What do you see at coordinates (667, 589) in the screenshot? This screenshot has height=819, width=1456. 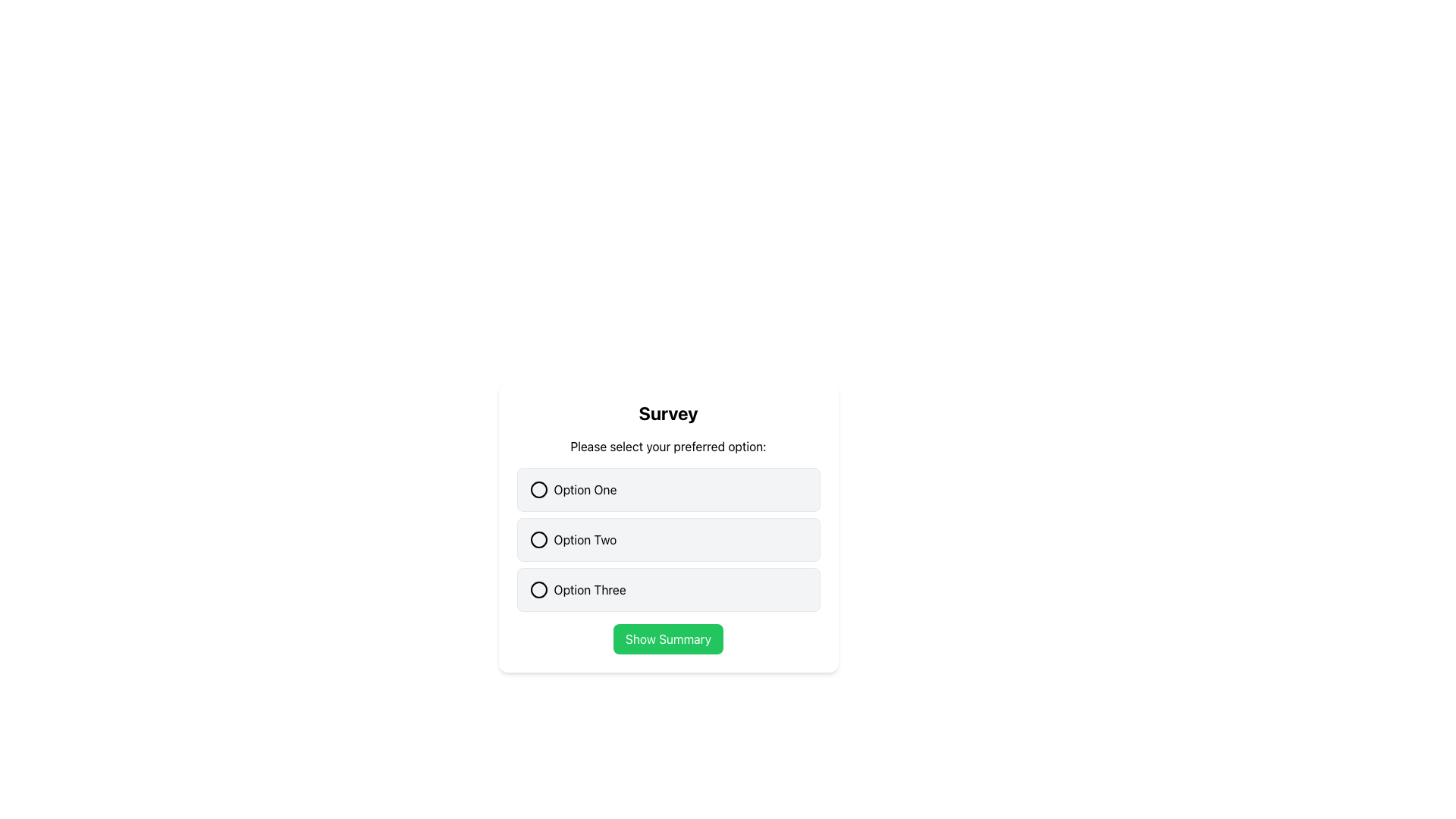 I see `the third selectable option in the radio button group labeled 'Option Three'` at bounding box center [667, 589].